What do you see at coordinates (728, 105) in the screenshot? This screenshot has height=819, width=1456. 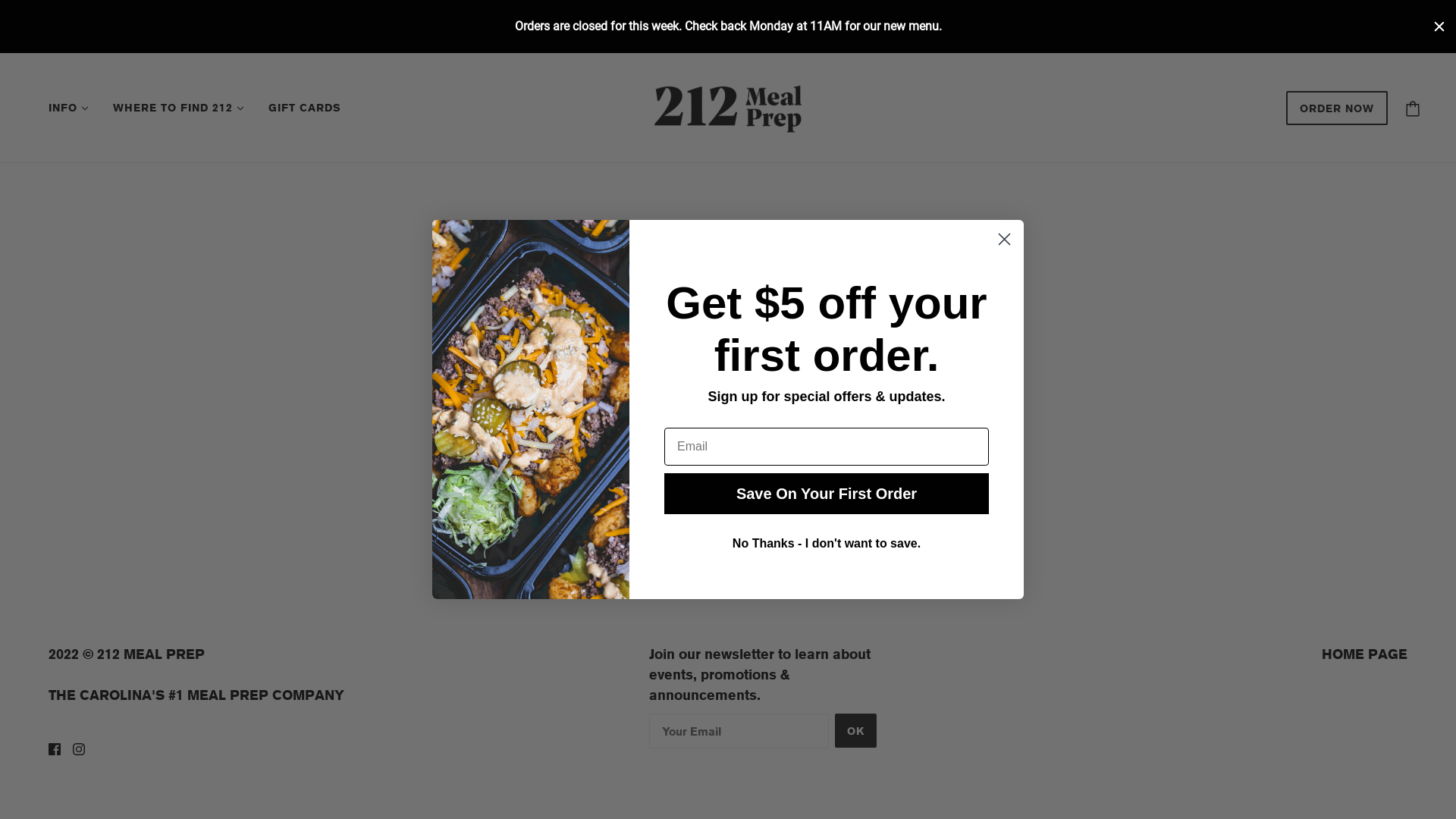 I see `'212meals'` at bounding box center [728, 105].